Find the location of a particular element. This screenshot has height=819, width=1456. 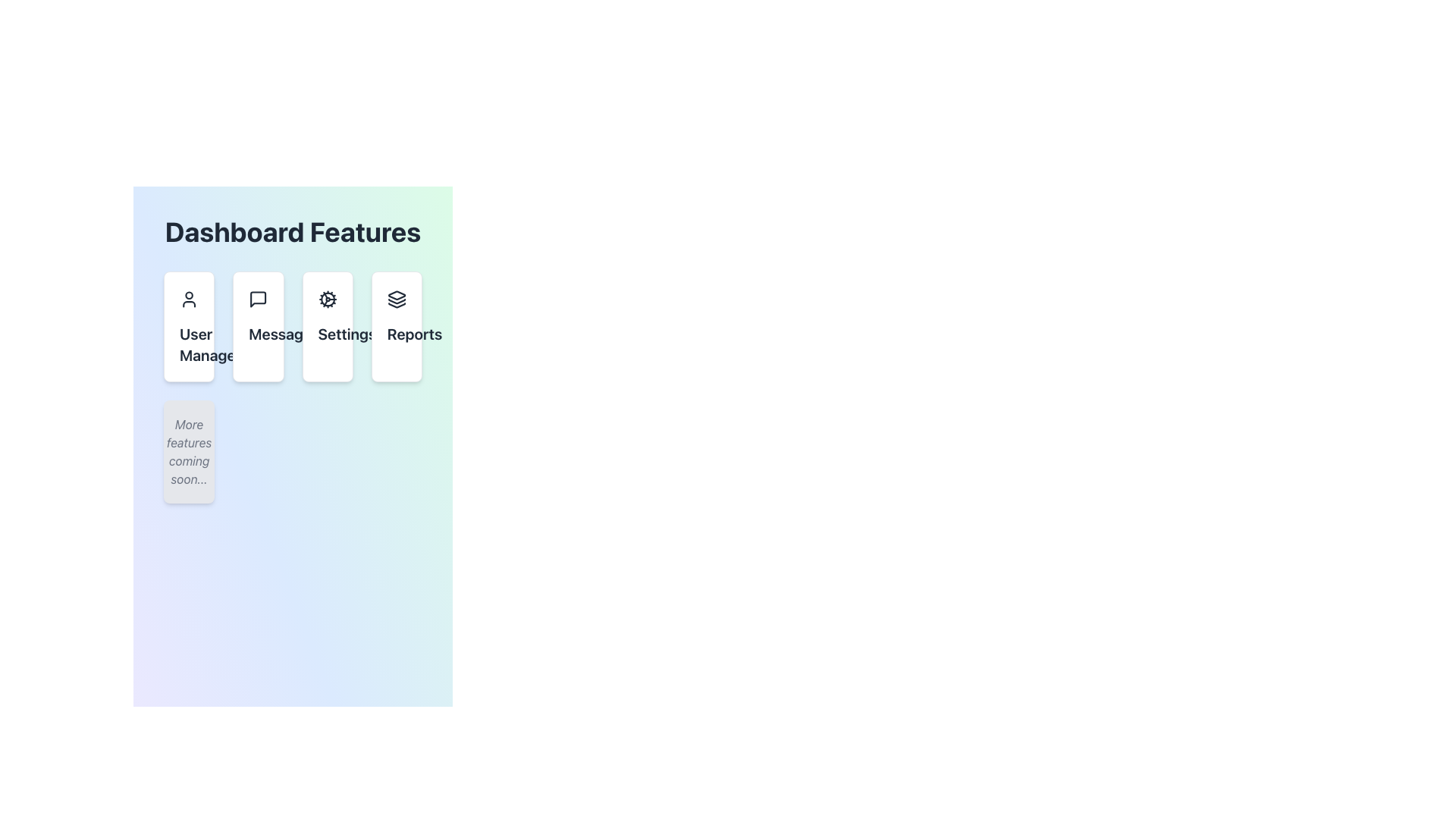

the user profile icon located at the top center of the 'User Management' card in the 'Dashboard Features' grid is located at coordinates (188, 299).